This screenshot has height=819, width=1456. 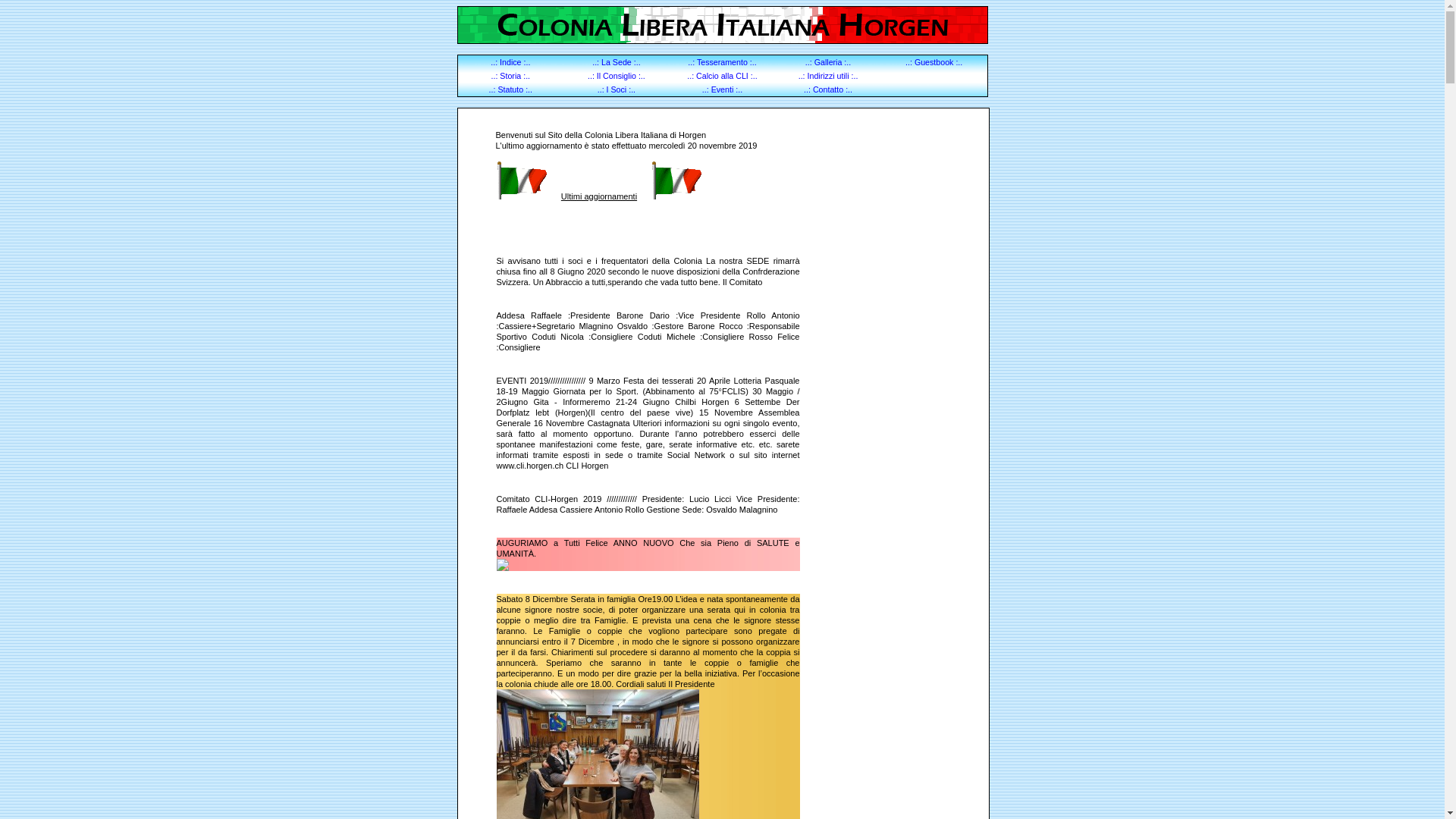 I want to click on '..: Eventi :..', so click(x=721, y=89).